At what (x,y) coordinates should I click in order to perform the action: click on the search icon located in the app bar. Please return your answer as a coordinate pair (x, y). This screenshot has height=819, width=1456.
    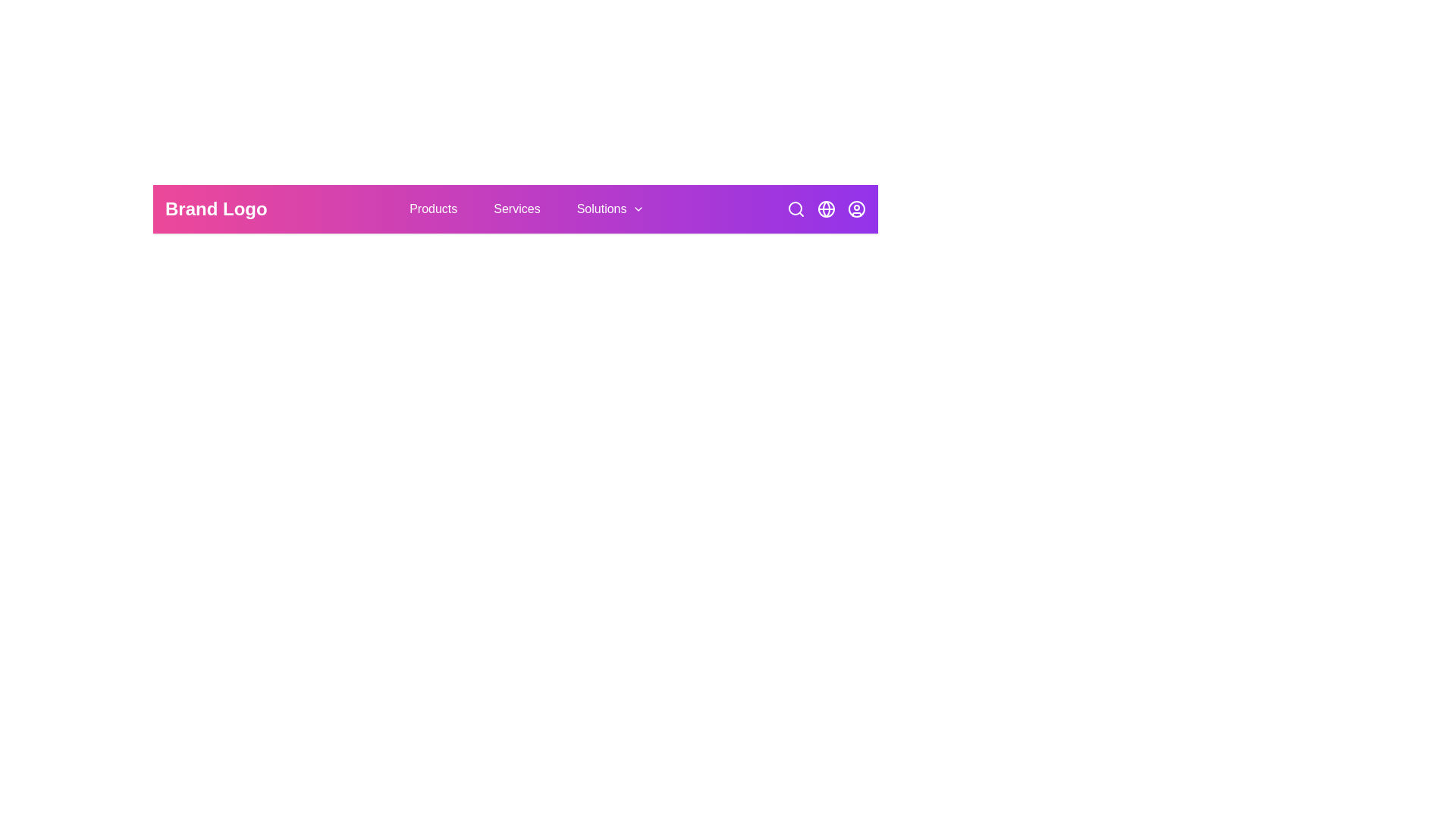
    Looking at the image, I should click on (795, 209).